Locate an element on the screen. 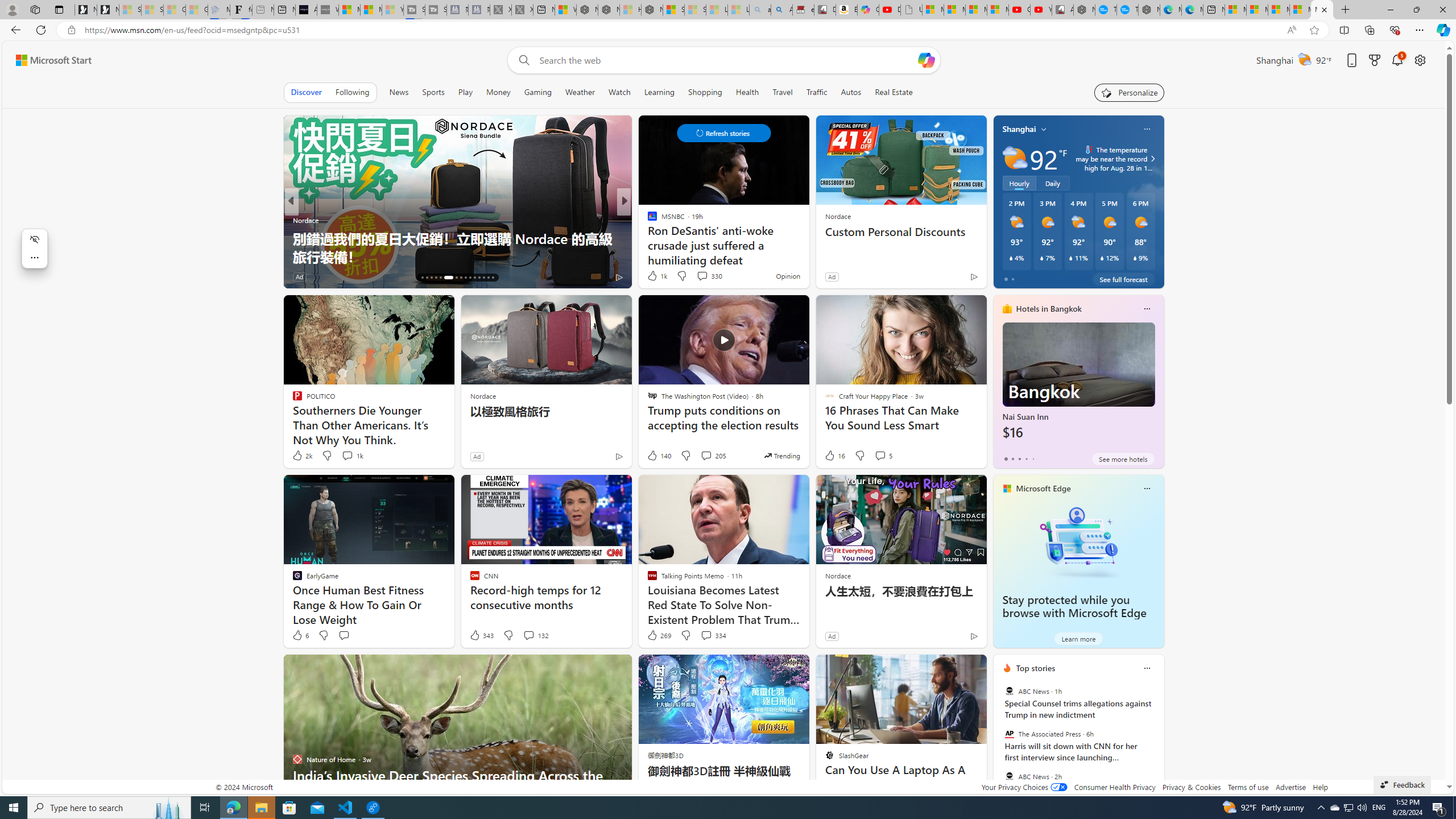 This screenshot has height=819, width=1456. 'Your Privacy Choices' is located at coordinates (1023, 786).